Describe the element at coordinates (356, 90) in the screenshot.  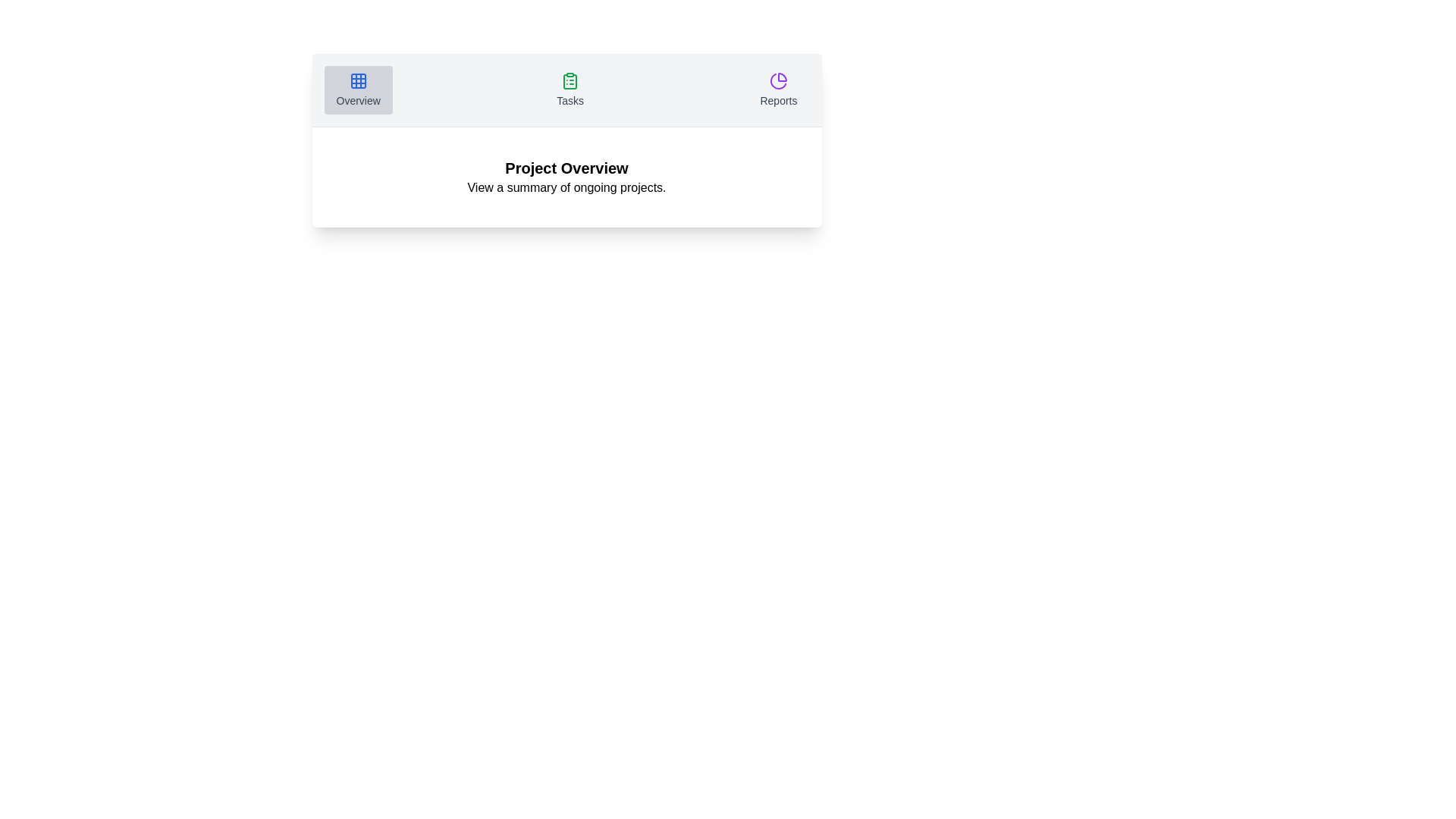
I see `the Overview tab by clicking on its respective button` at that location.